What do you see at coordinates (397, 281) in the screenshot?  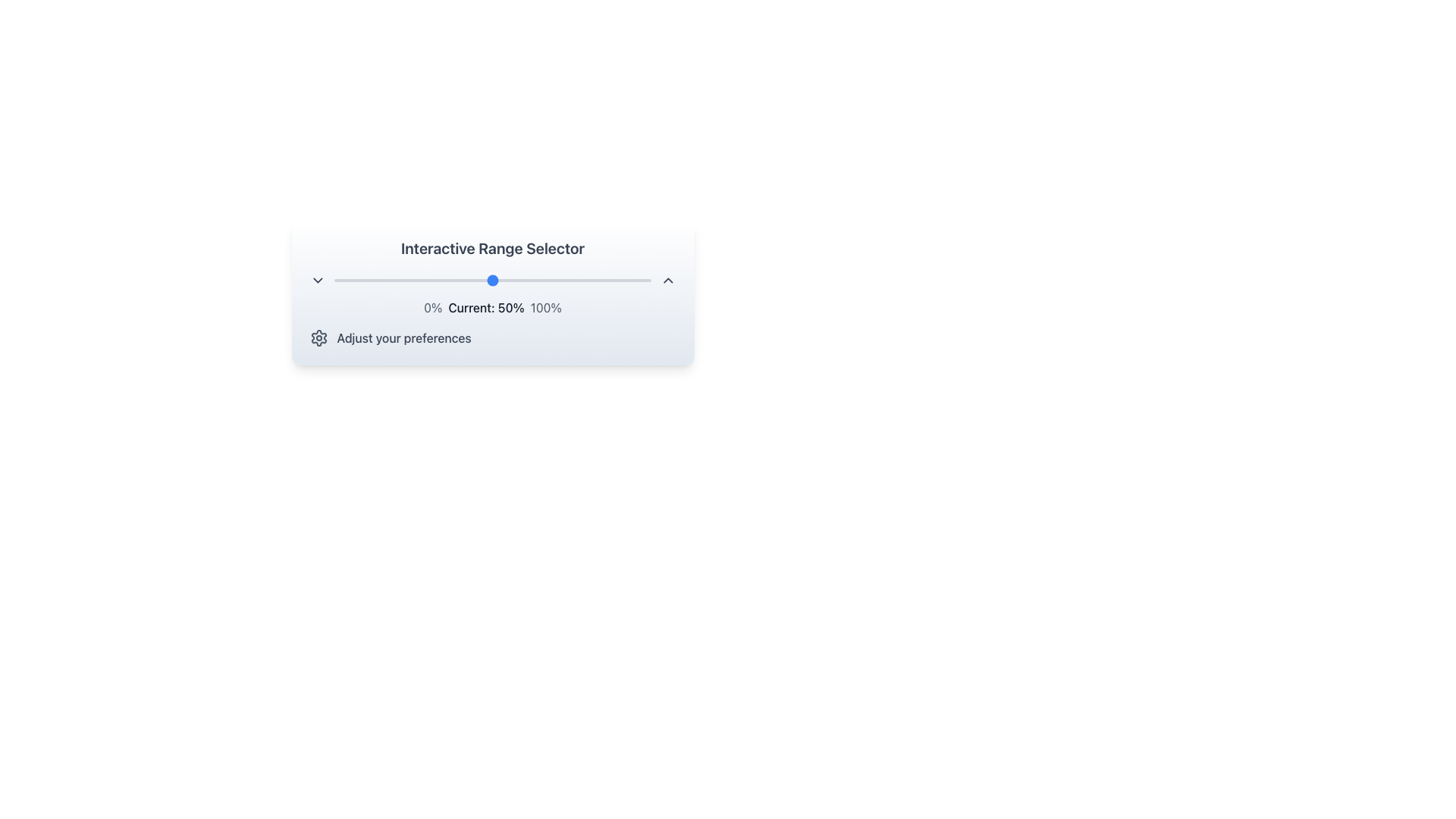 I see `the slider value` at bounding box center [397, 281].